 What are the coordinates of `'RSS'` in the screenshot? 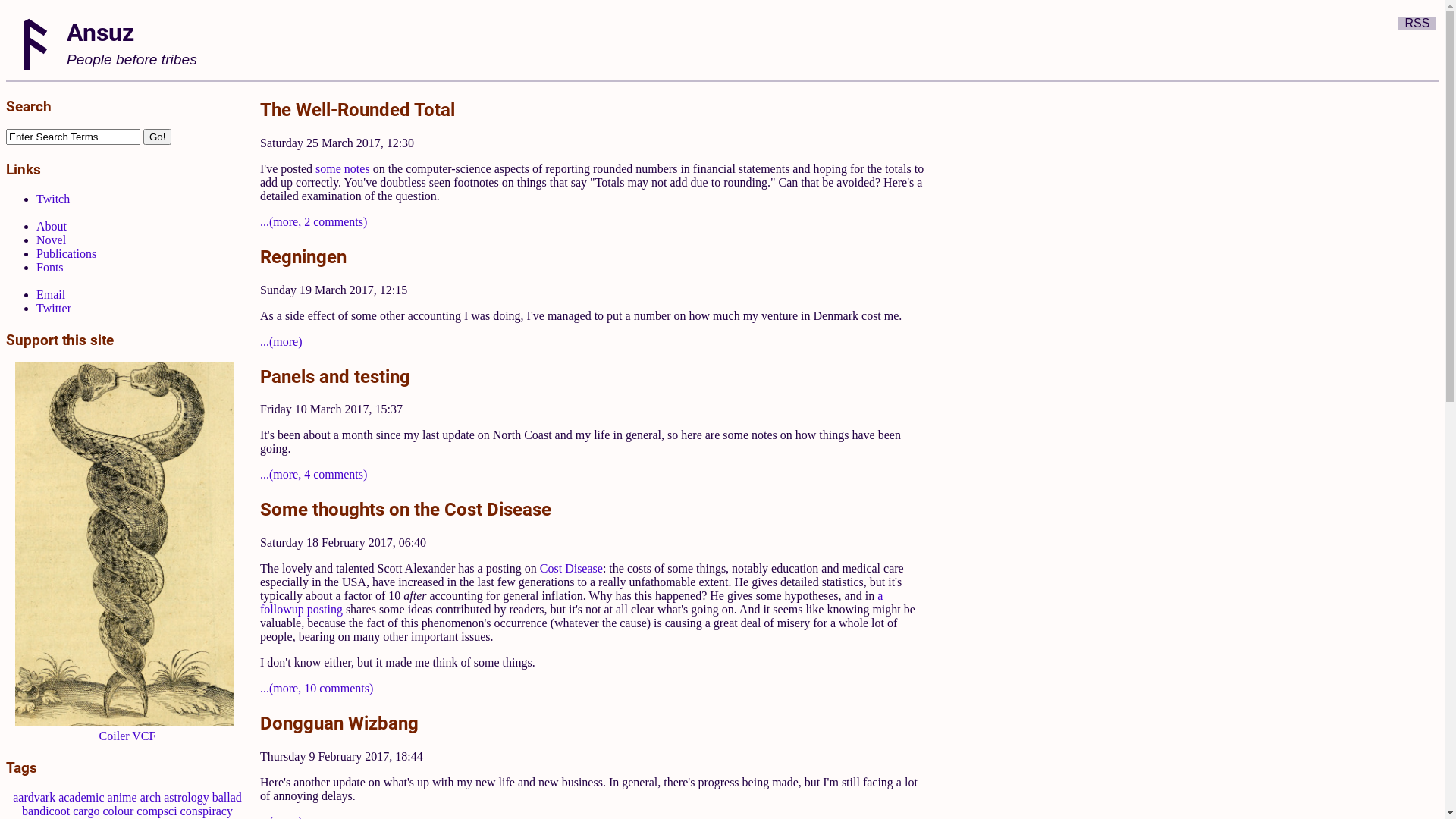 It's located at (1417, 23).